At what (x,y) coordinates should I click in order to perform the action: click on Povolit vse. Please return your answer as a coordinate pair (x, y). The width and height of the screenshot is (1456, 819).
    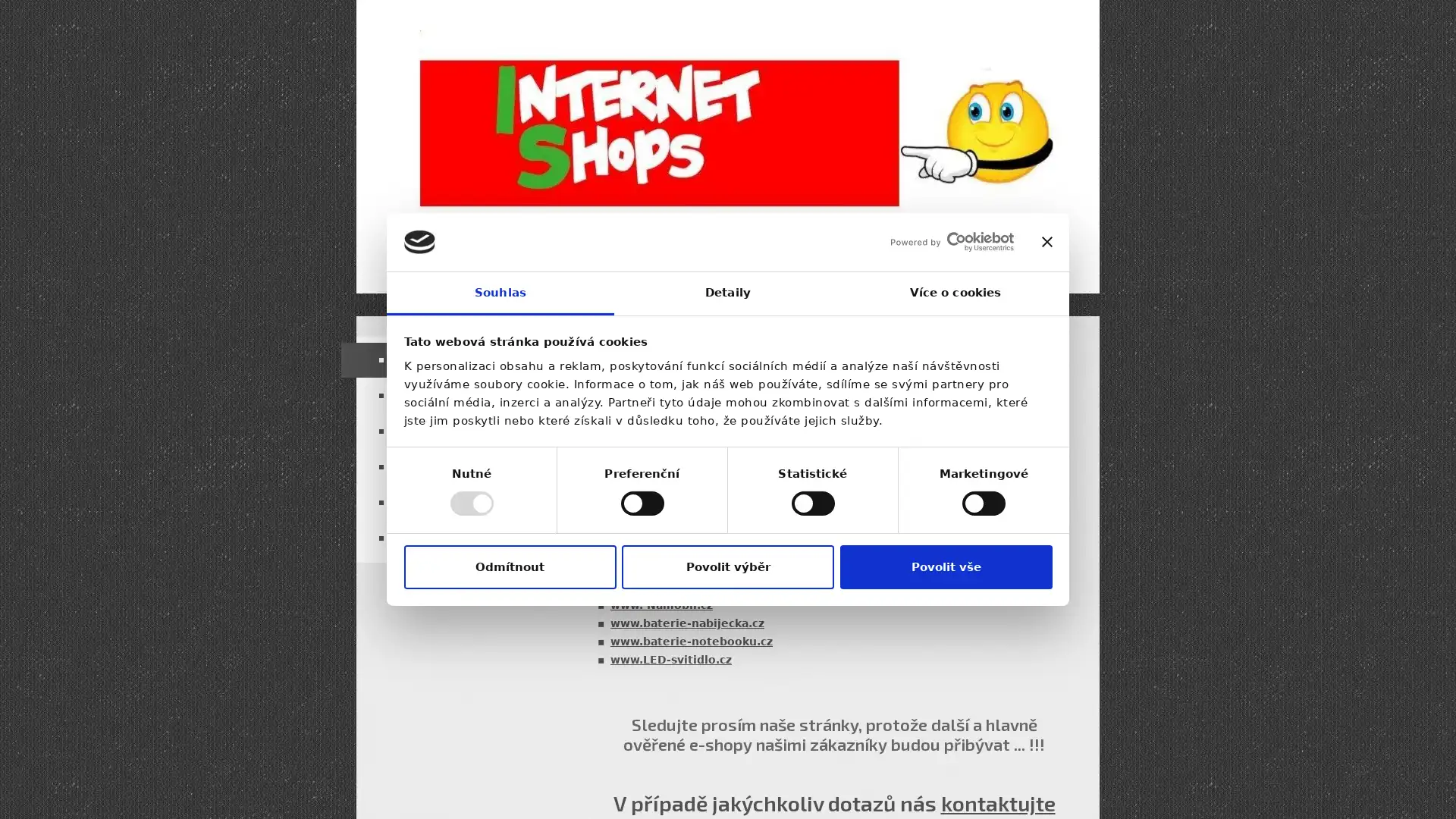
    Looking at the image, I should click on (945, 566).